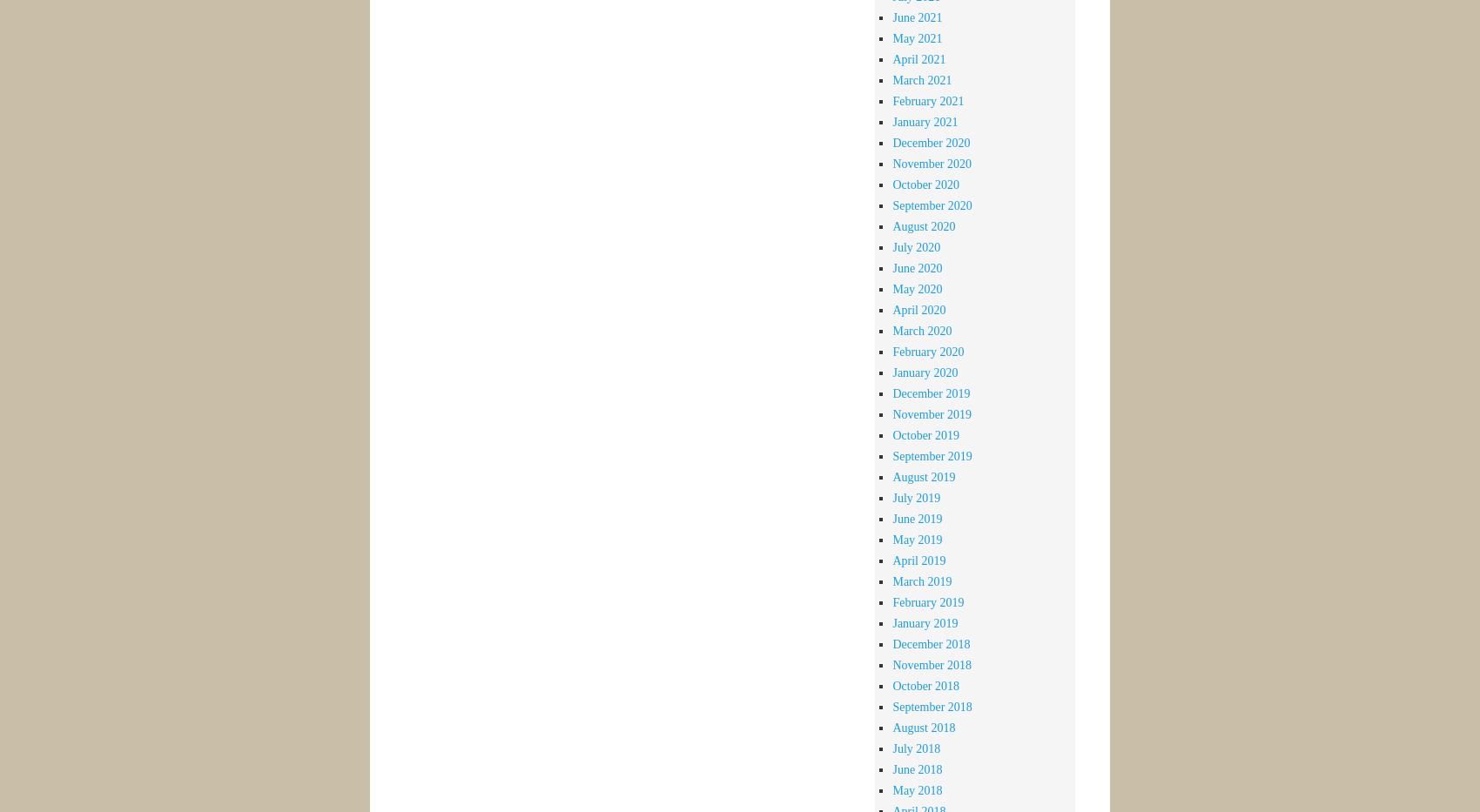  I want to click on 'November 2020', so click(932, 163).